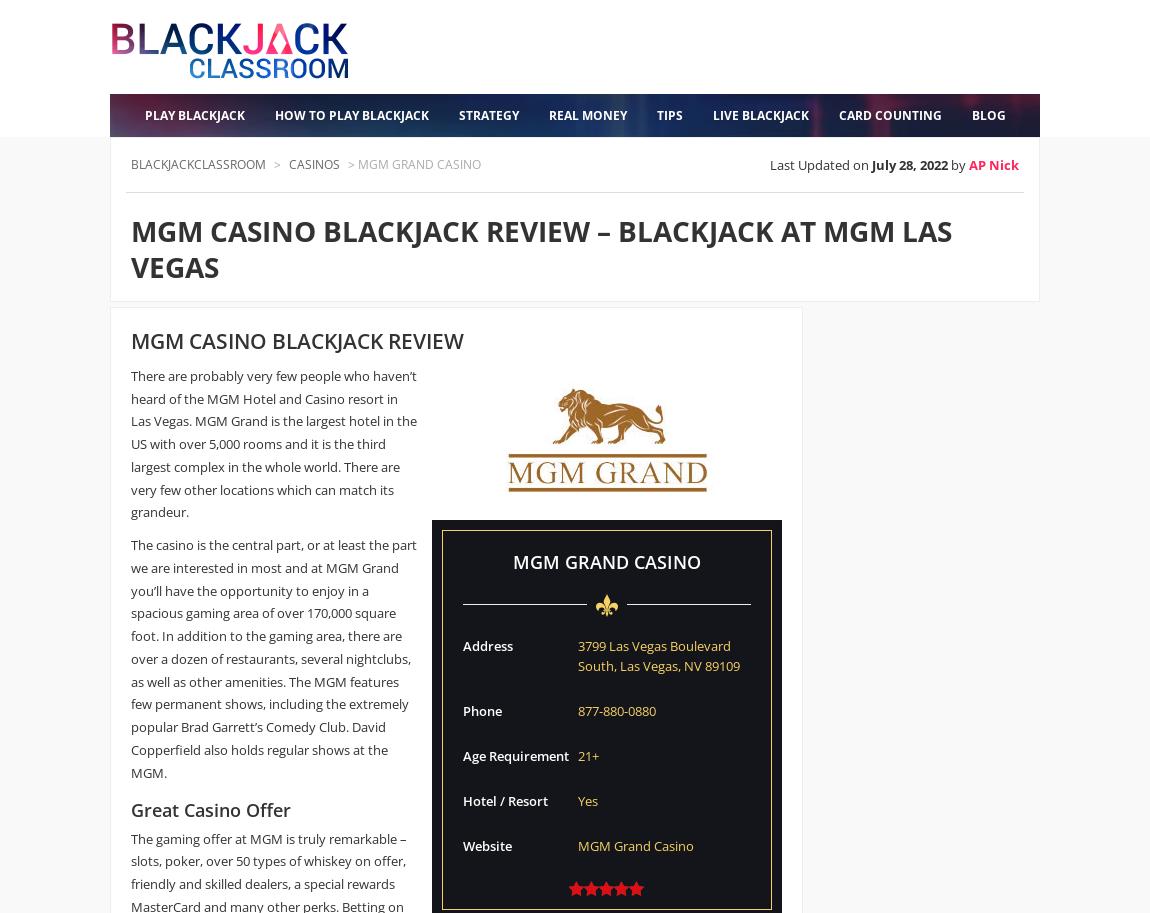 This screenshot has width=1150, height=913. Describe the element at coordinates (586, 755) in the screenshot. I see `'21+'` at that location.